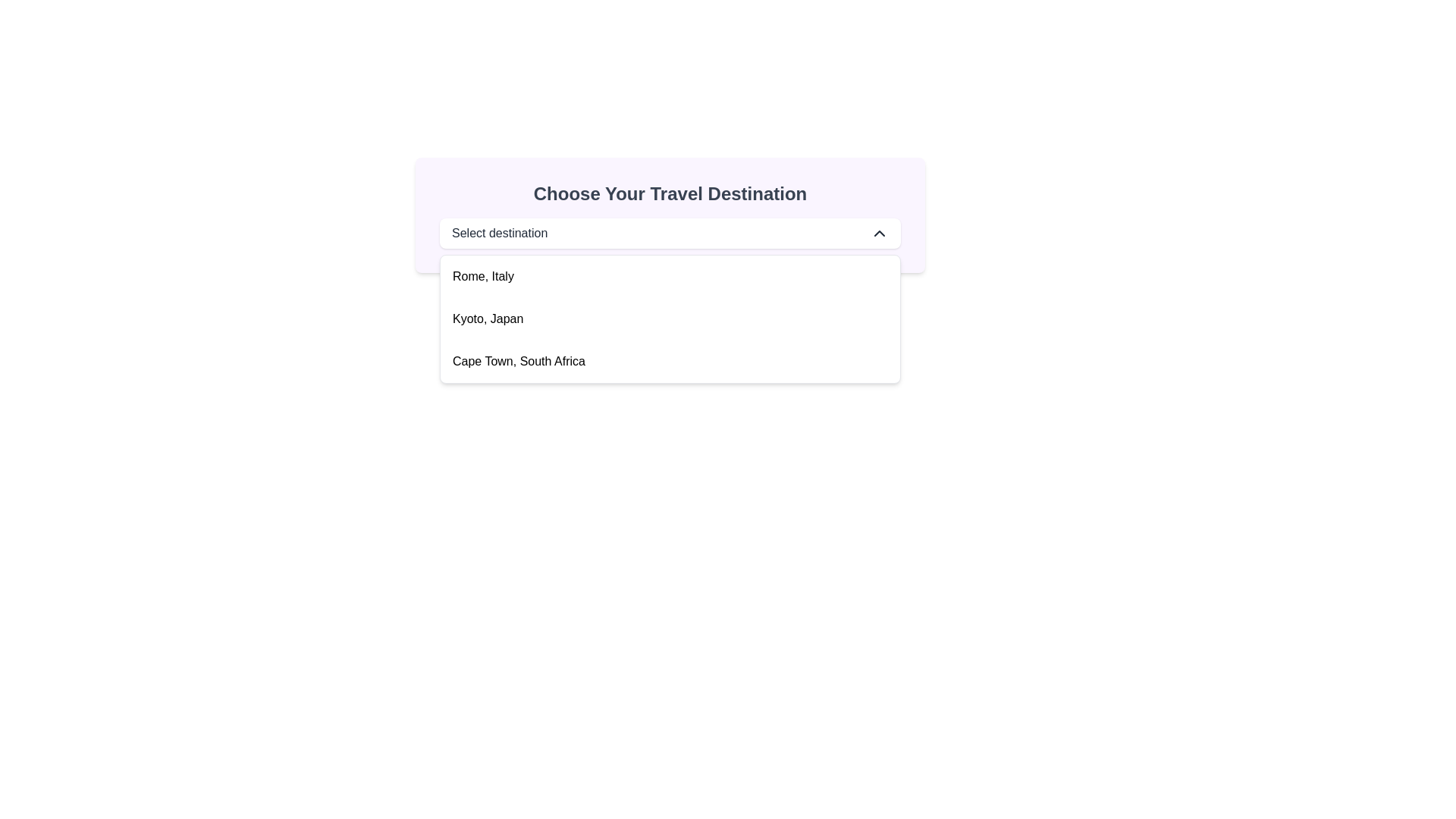 The image size is (1456, 819). What do you see at coordinates (488, 318) in the screenshot?
I see `the second item in the dropdown list representing 'Kyoto, Japan'` at bounding box center [488, 318].